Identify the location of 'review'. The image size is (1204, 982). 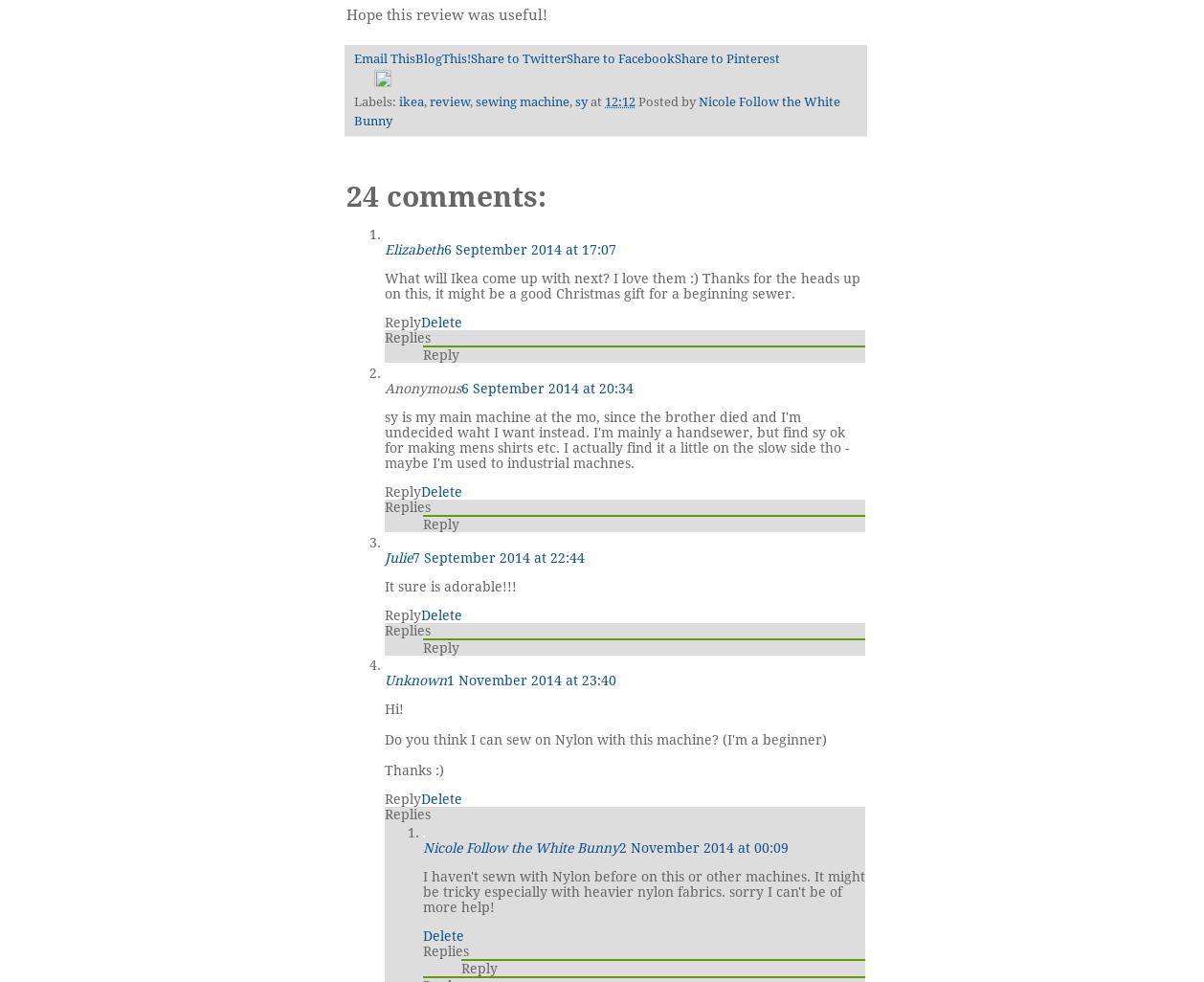
(448, 100).